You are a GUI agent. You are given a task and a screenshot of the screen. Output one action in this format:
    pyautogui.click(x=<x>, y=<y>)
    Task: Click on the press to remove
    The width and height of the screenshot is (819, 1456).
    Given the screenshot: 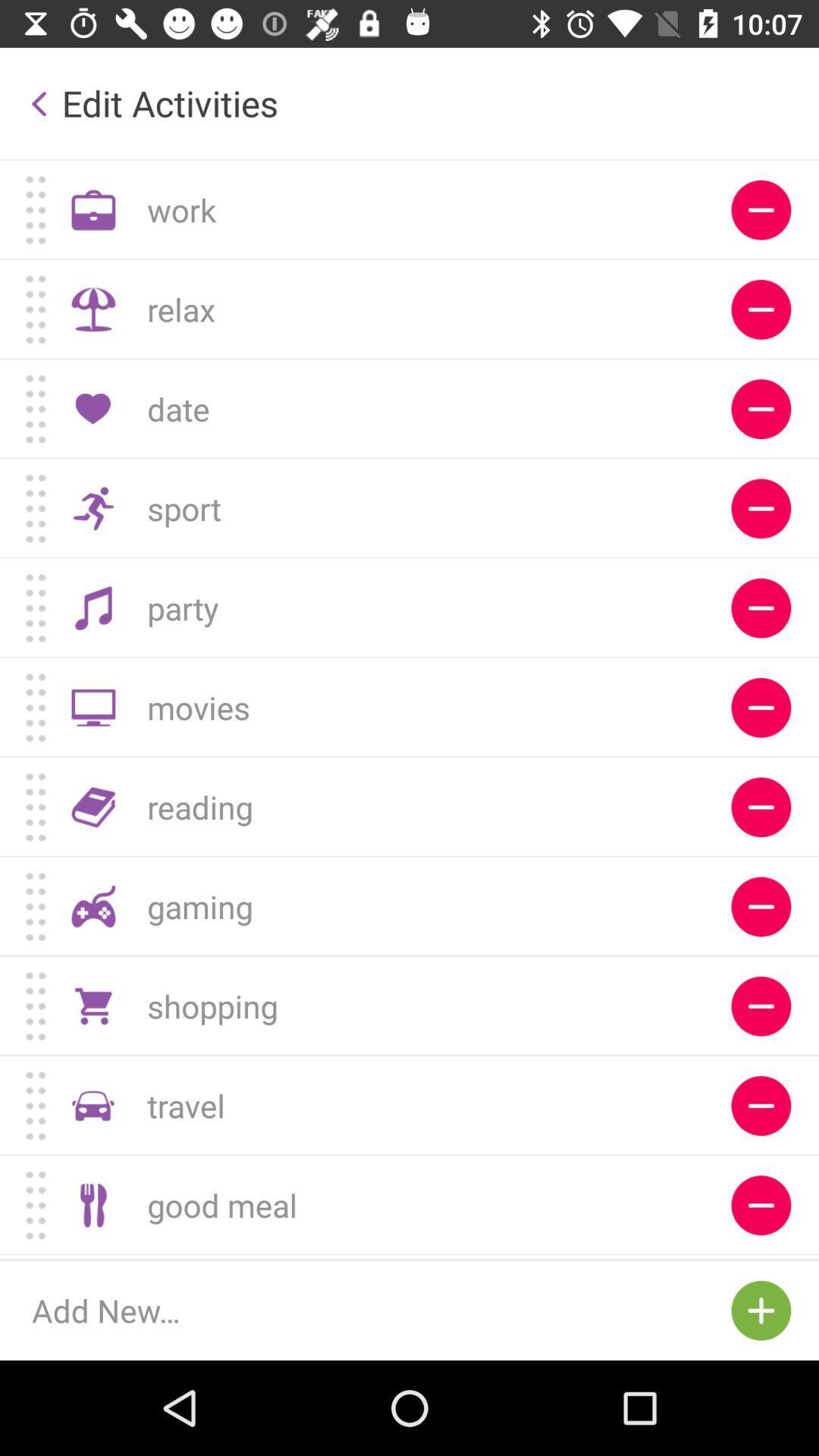 What is the action you would take?
    pyautogui.click(x=761, y=1204)
    